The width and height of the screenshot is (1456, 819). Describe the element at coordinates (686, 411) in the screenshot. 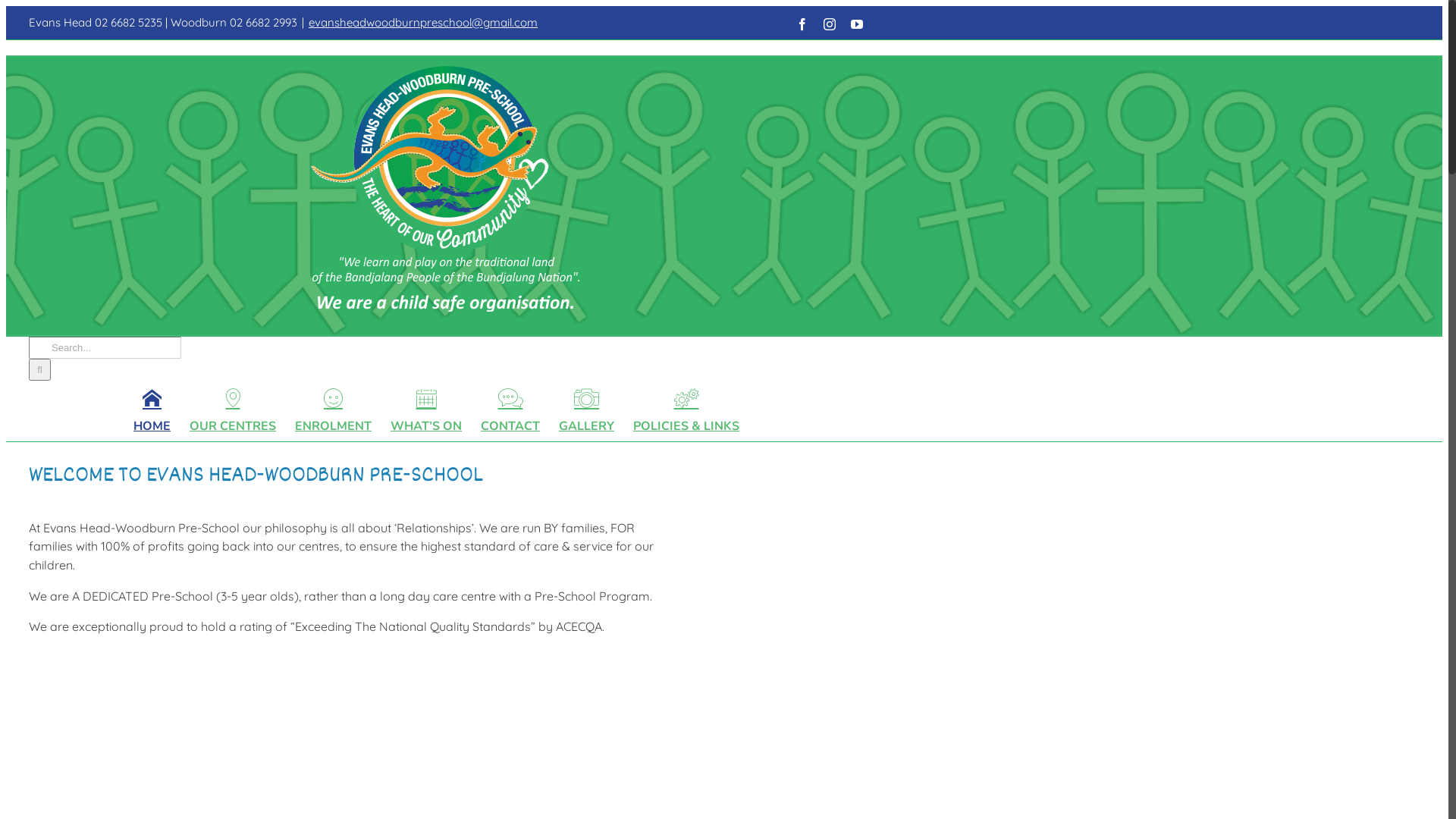

I see `'POLICIES & LINKS'` at that location.